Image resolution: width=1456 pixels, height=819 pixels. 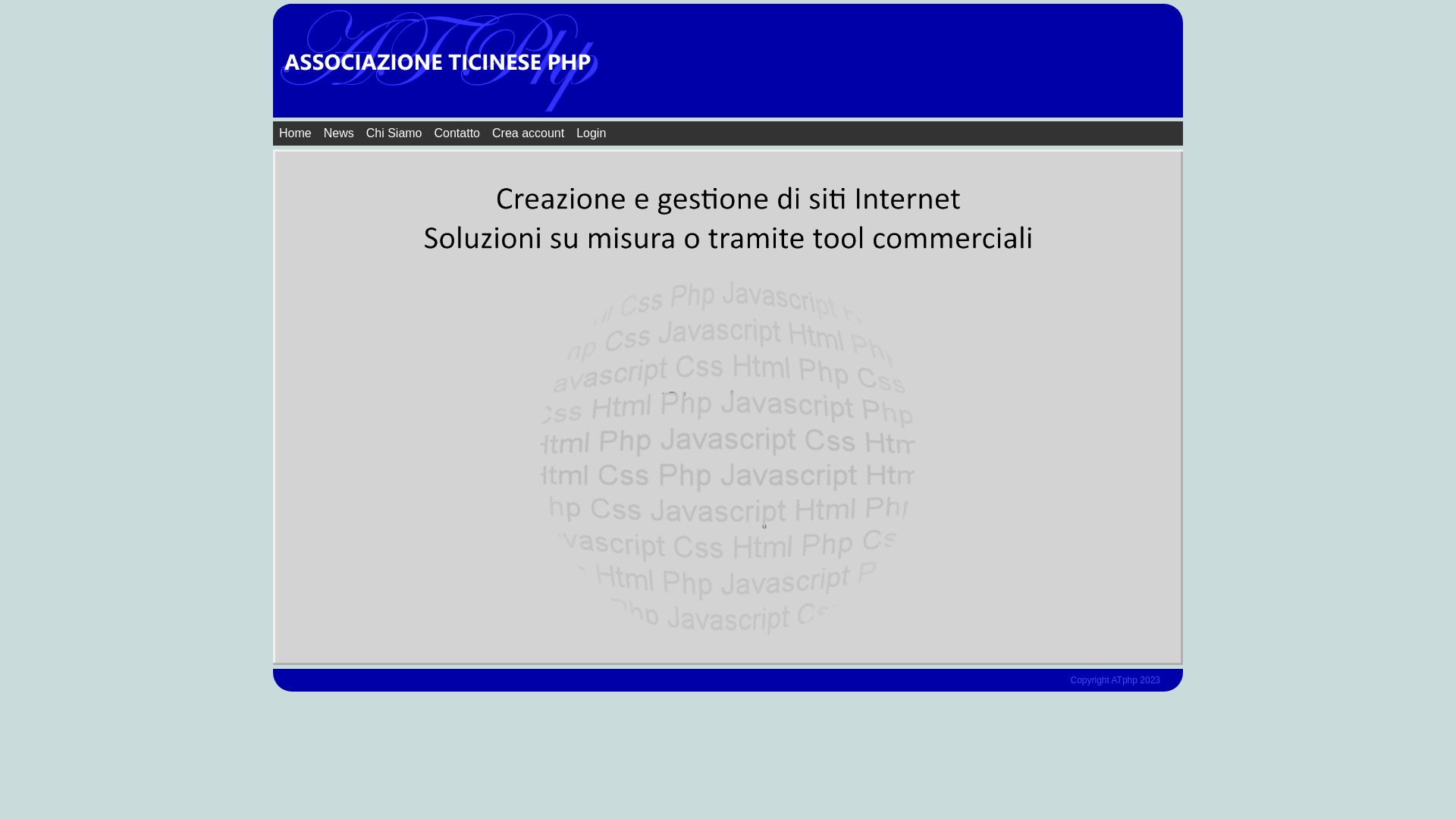 What do you see at coordinates (528, 133) in the screenshot?
I see `'Crea account'` at bounding box center [528, 133].